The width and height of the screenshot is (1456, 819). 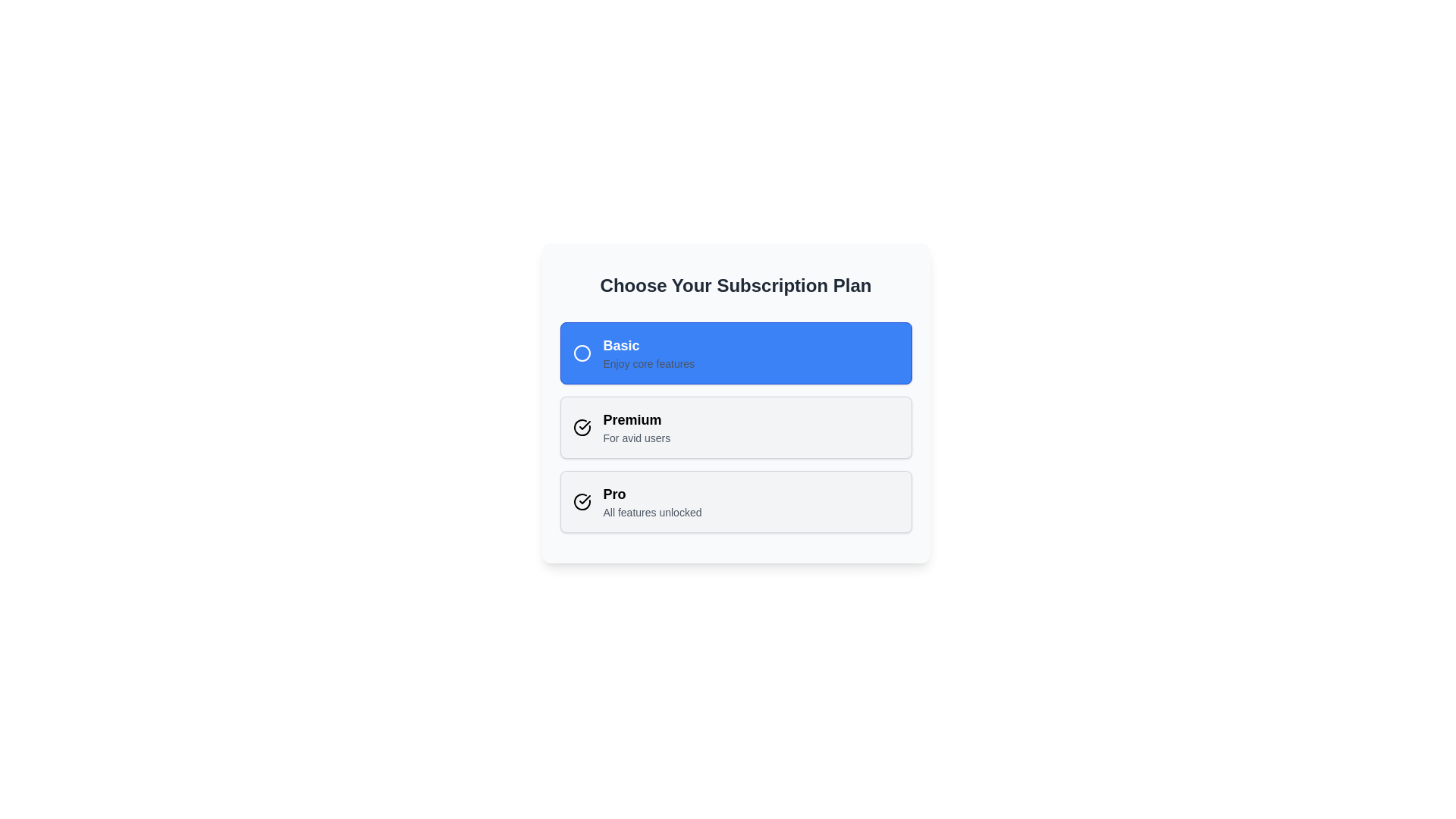 What do you see at coordinates (636, 420) in the screenshot?
I see `the 'Premium' subscription title label, which is positioned at the top of the subscription card, above the supplementary text 'For avid users'` at bounding box center [636, 420].